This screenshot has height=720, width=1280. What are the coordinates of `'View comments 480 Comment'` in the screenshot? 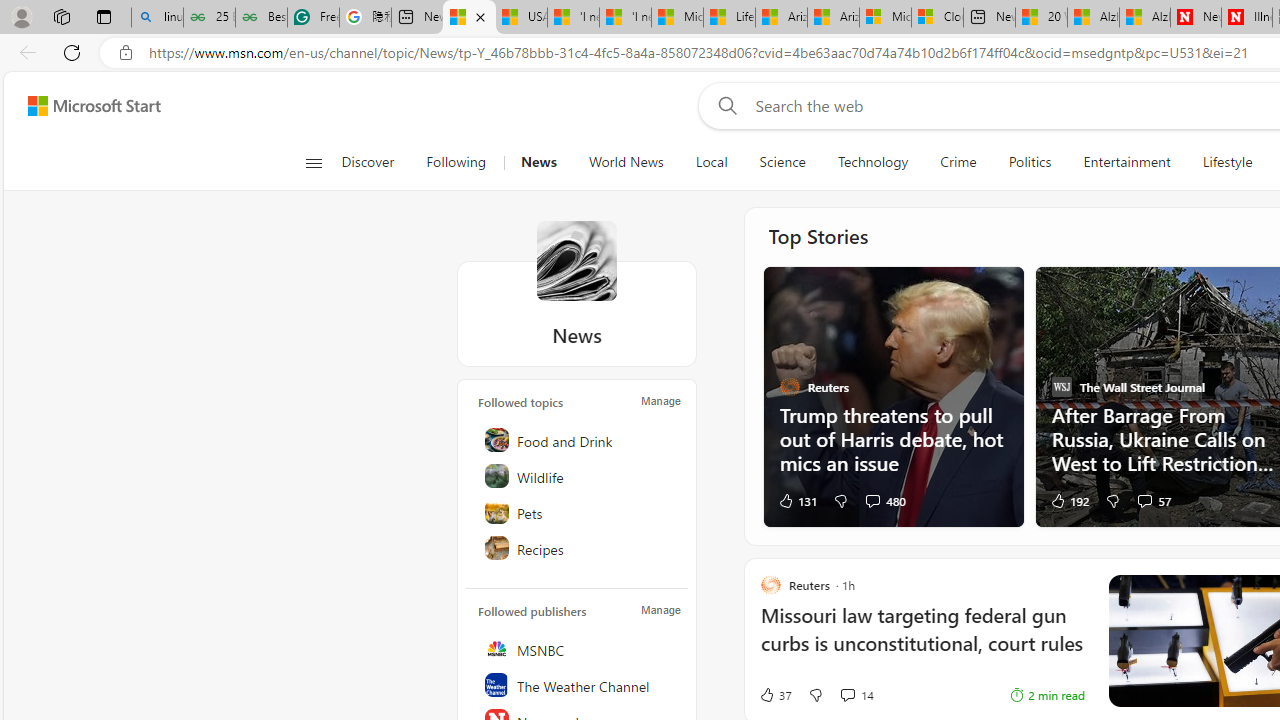 It's located at (872, 499).